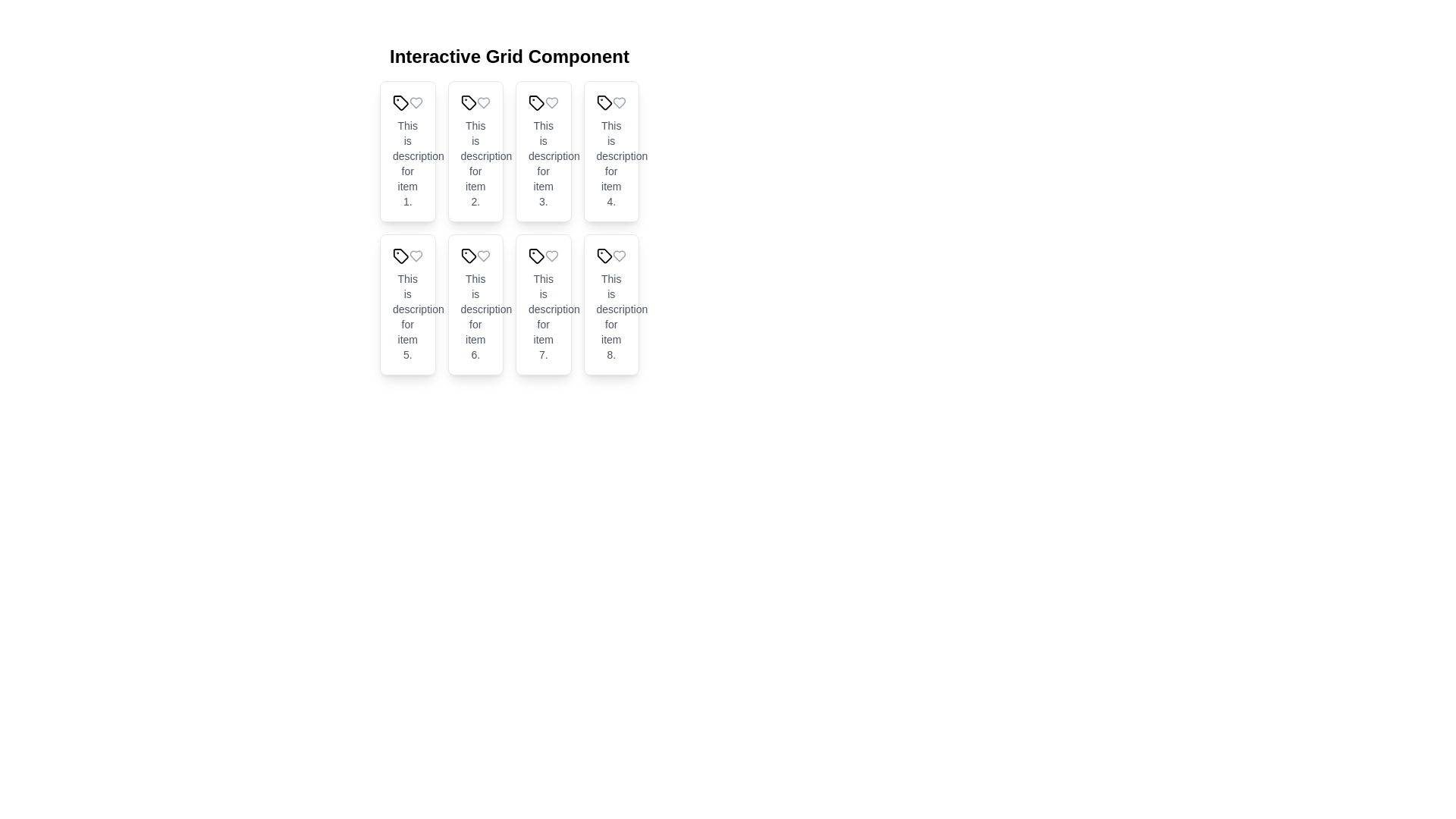 This screenshot has width=1456, height=819. What do you see at coordinates (611, 164) in the screenshot?
I see `the text block that provides contextual information for the fourth tile in the grid layout, located beneath the title of the tile` at bounding box center [611, 164].